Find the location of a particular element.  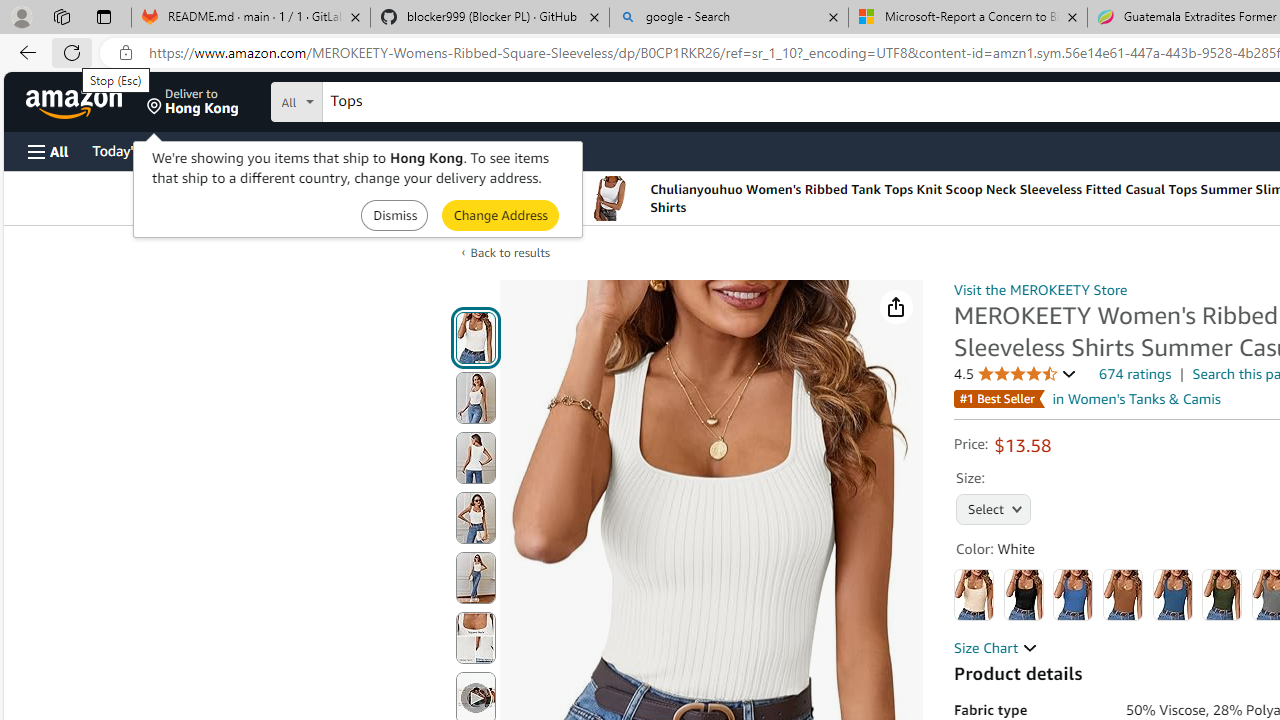

'Size Chart ' is located at coordinates (995, 648).